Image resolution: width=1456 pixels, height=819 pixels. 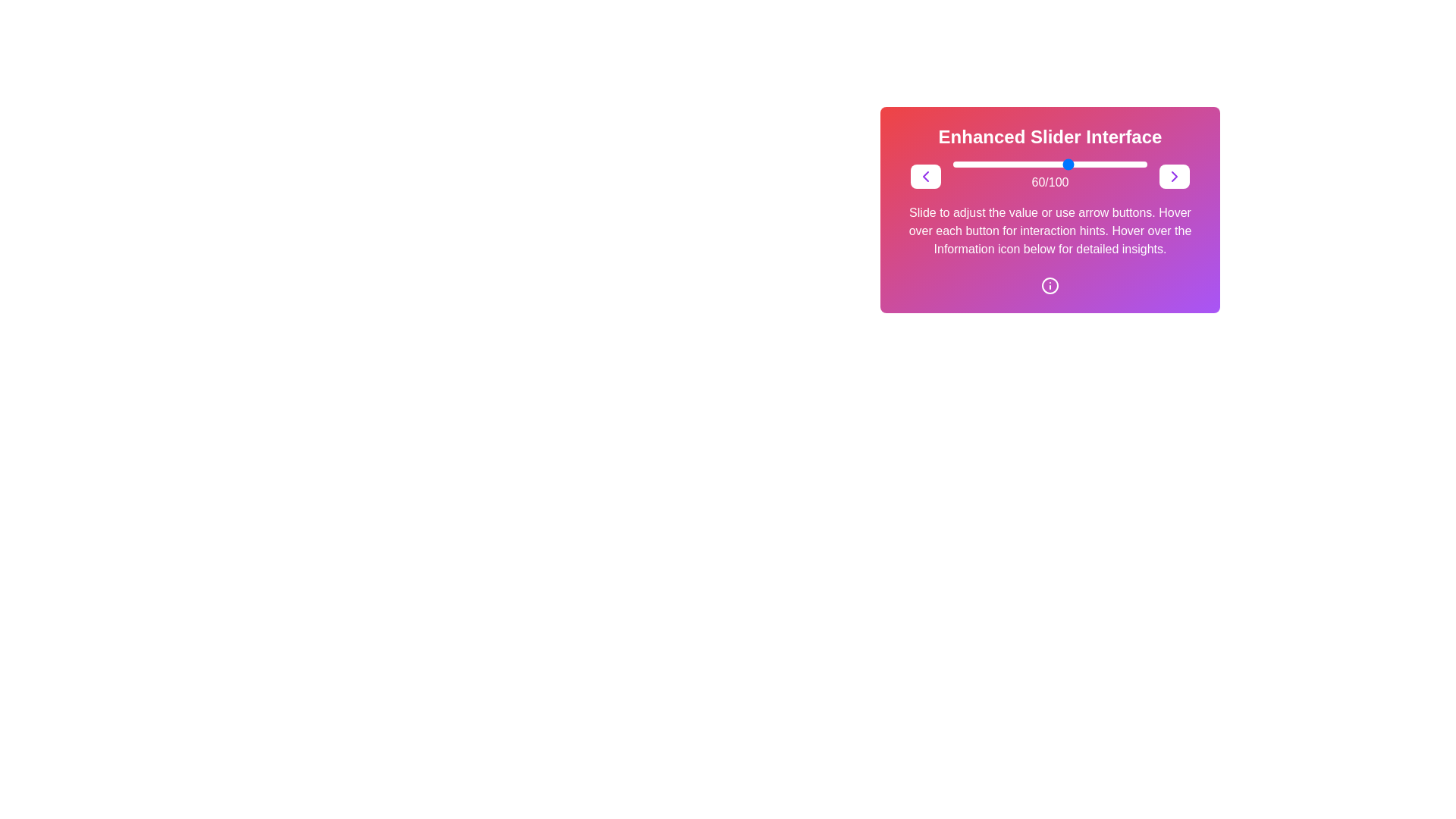 What do you see at coordinates (962, 164) in the screenshot?
I see `the slider value` at bounding box center [962, 164].